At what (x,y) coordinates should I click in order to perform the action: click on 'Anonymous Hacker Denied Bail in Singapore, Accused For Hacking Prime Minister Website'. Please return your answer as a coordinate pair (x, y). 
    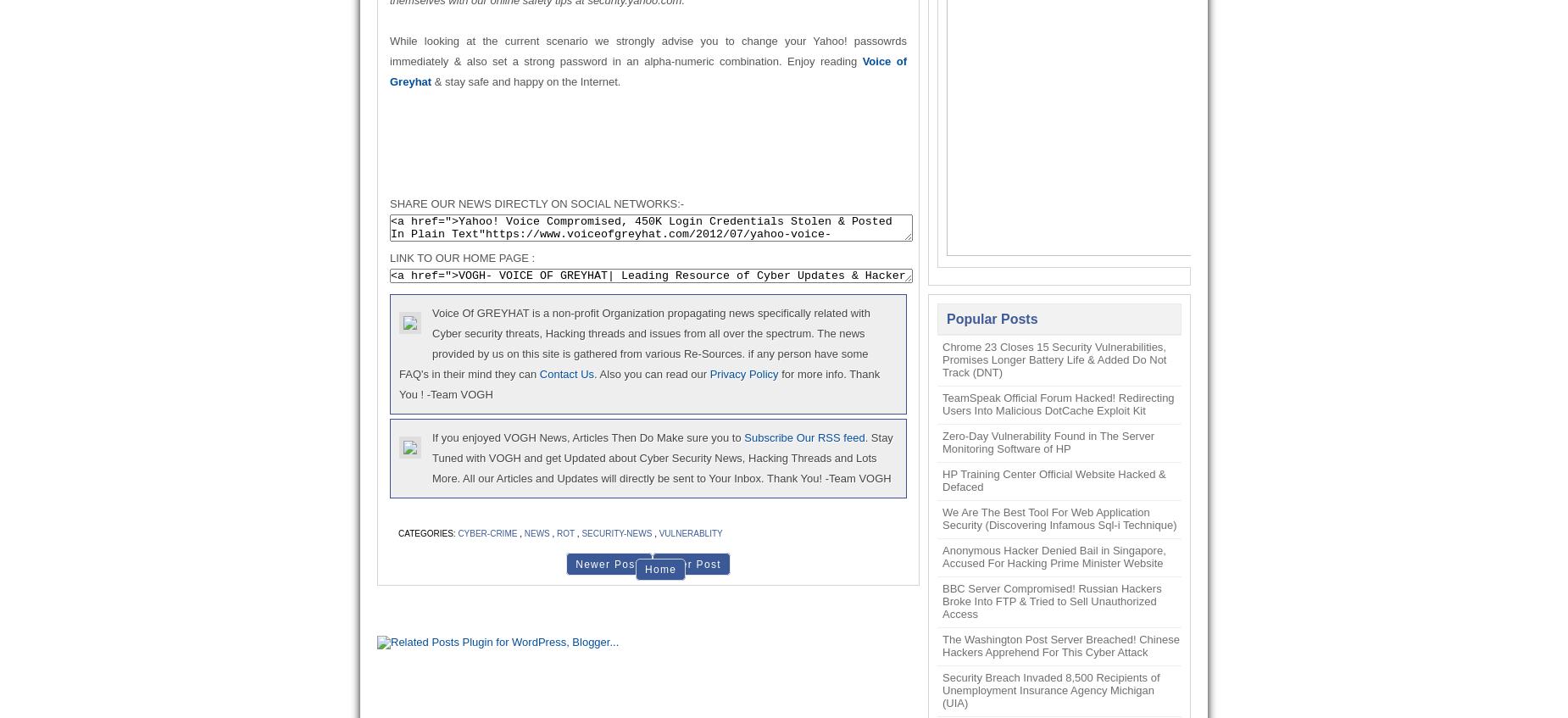
    Looking at the image, I should click on (942, 556).